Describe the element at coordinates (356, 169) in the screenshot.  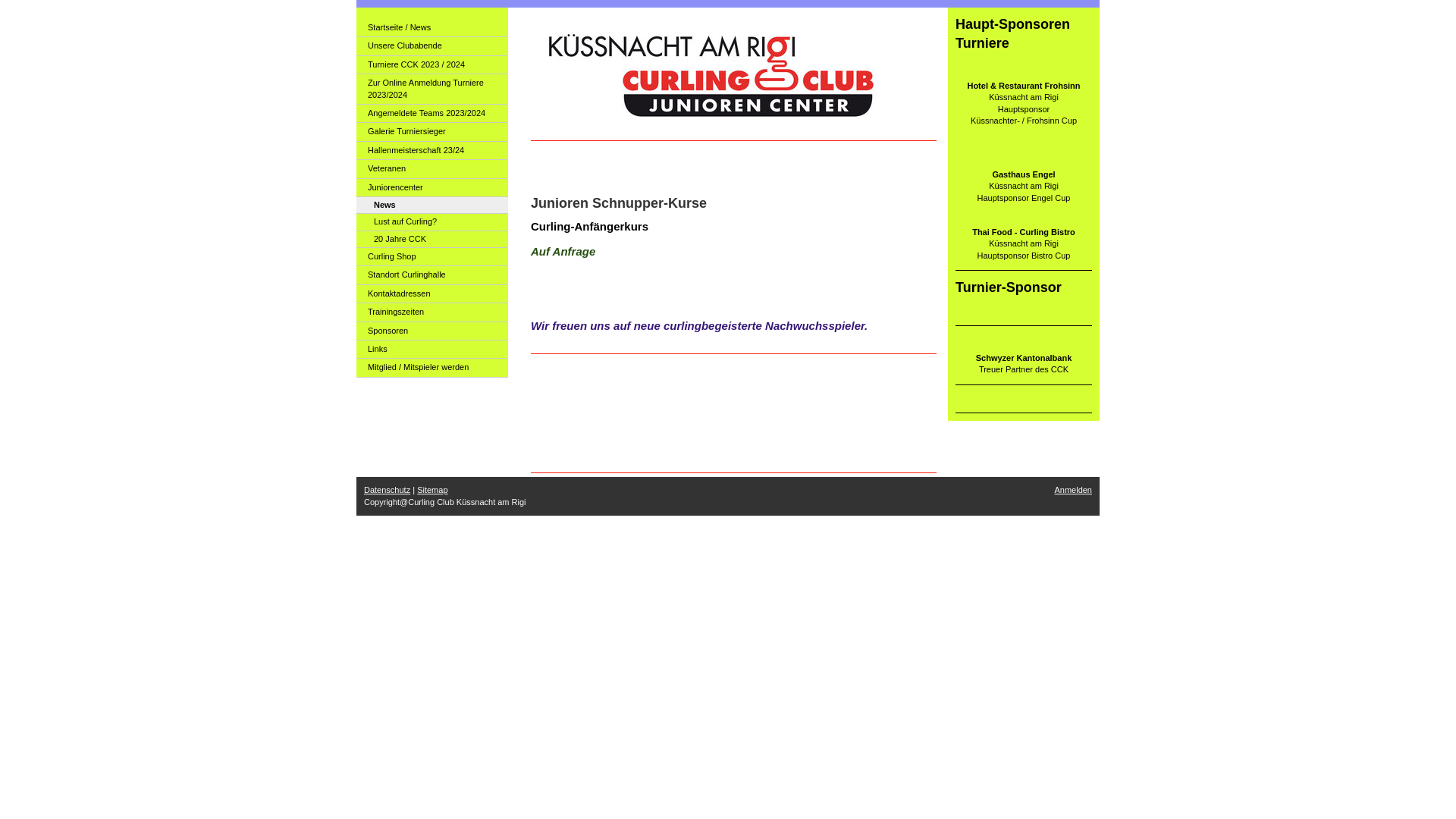
I see `'Veteranen'` at that location.